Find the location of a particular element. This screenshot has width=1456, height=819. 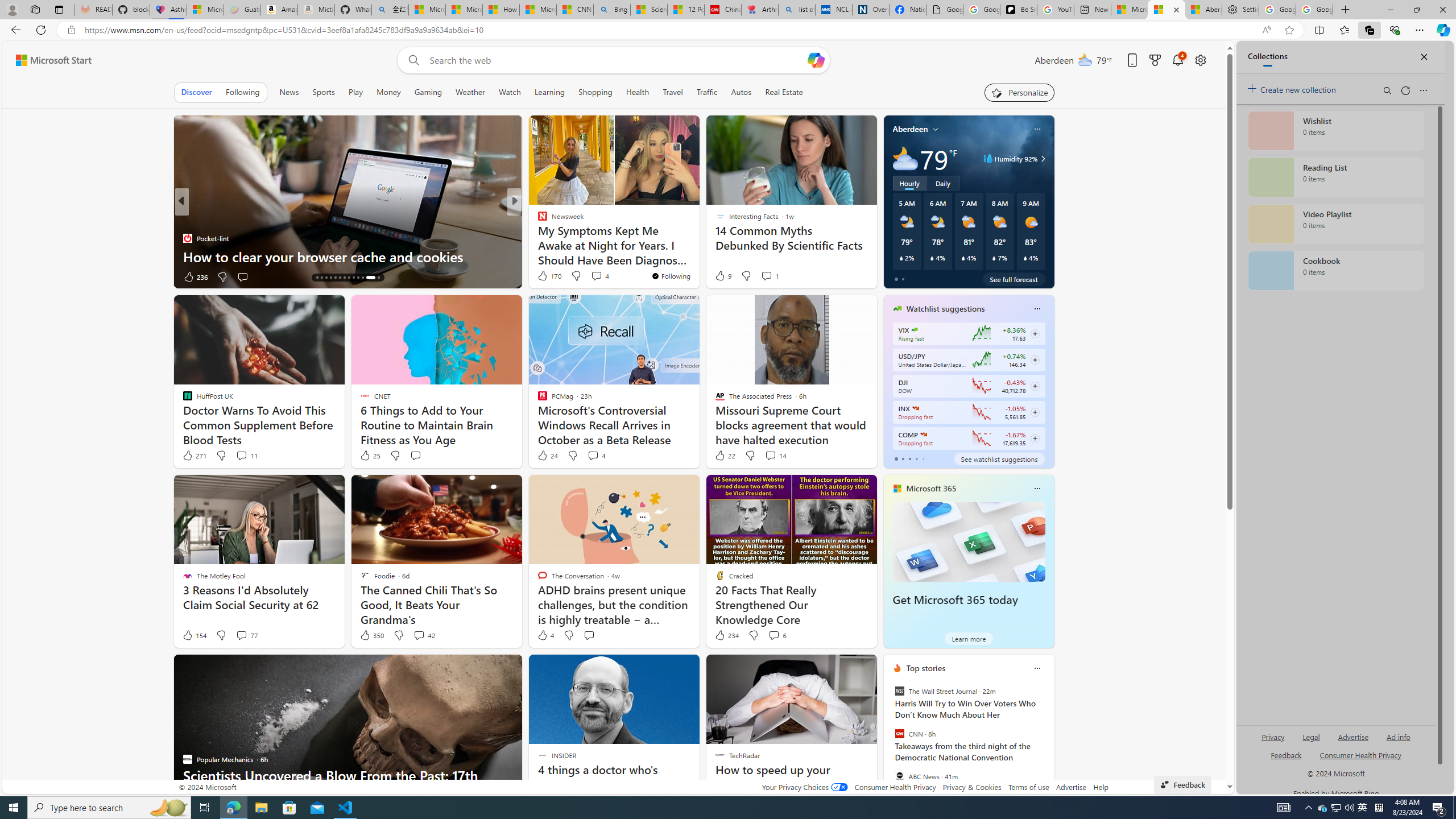

'Microsoft rewards' is located at coordinates (1155, 60).